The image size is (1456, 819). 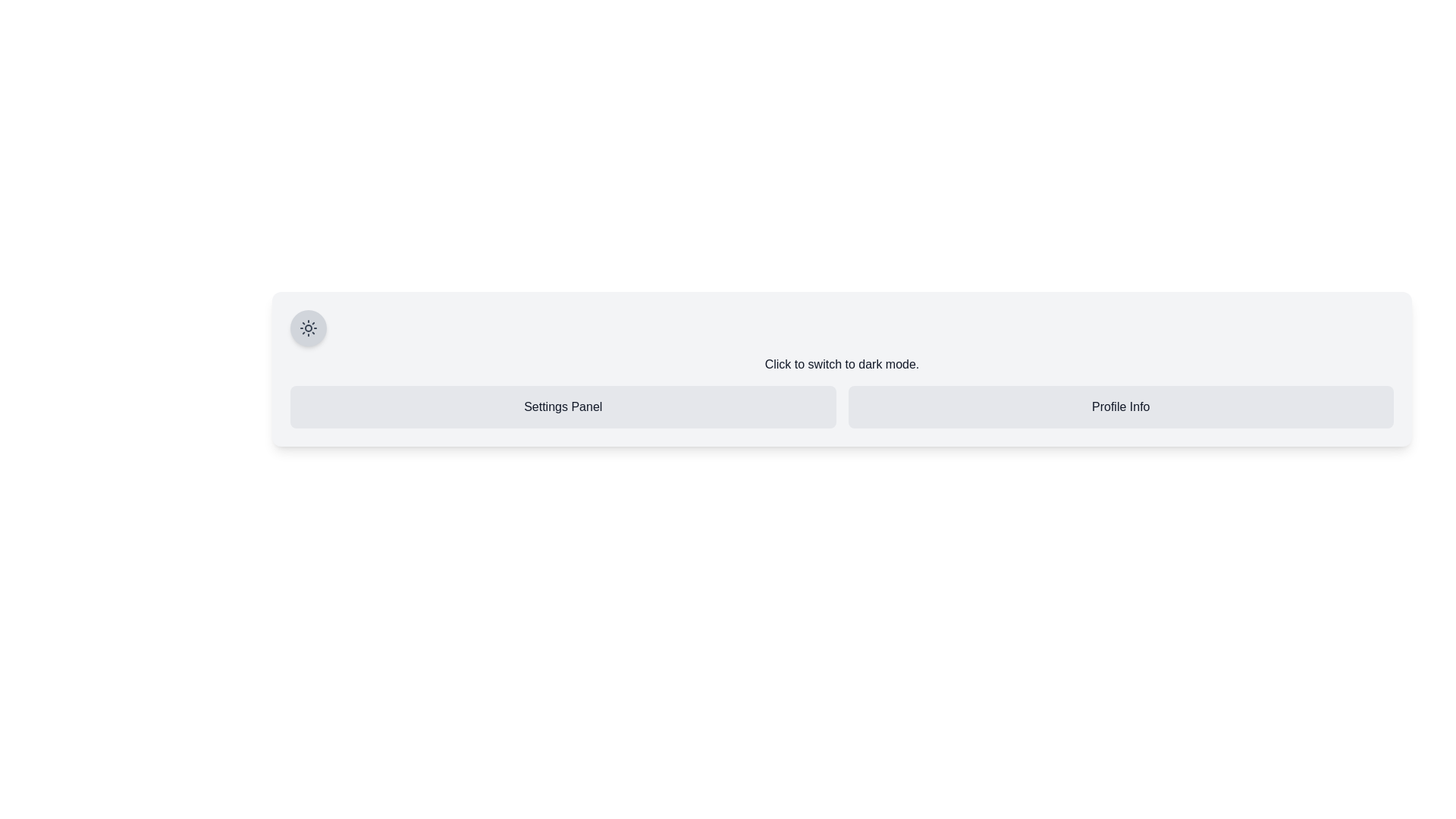 What do you see at coordinates (562, 406) in the screenshot?
I see `the text label that serves as a section header for the settings area, positioned on the left side of the layout, before the 'Profile Info' label` at bounding box center [562, 406].